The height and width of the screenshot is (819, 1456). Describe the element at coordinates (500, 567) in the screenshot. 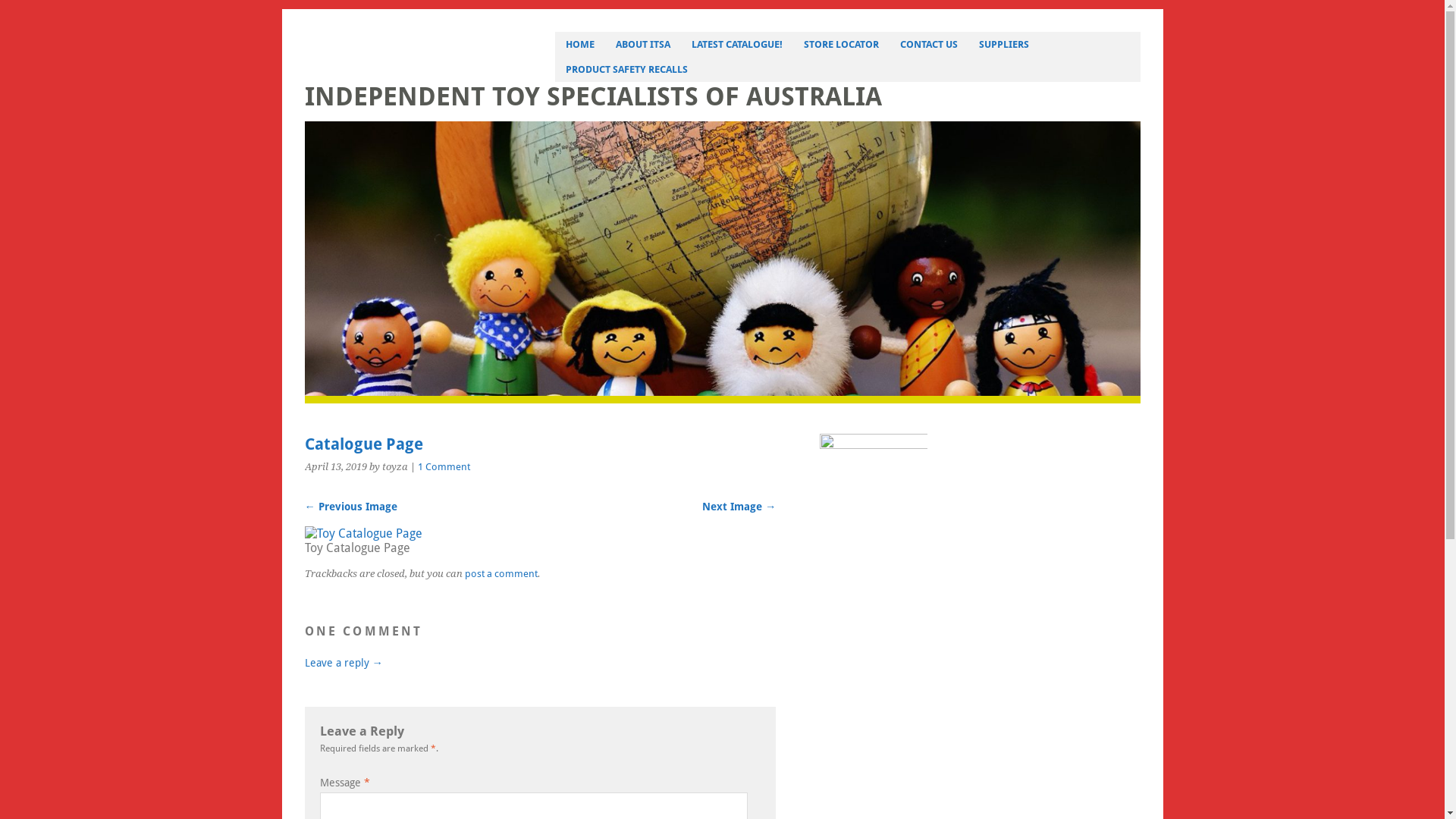

I see `'post a comment'` at that location.